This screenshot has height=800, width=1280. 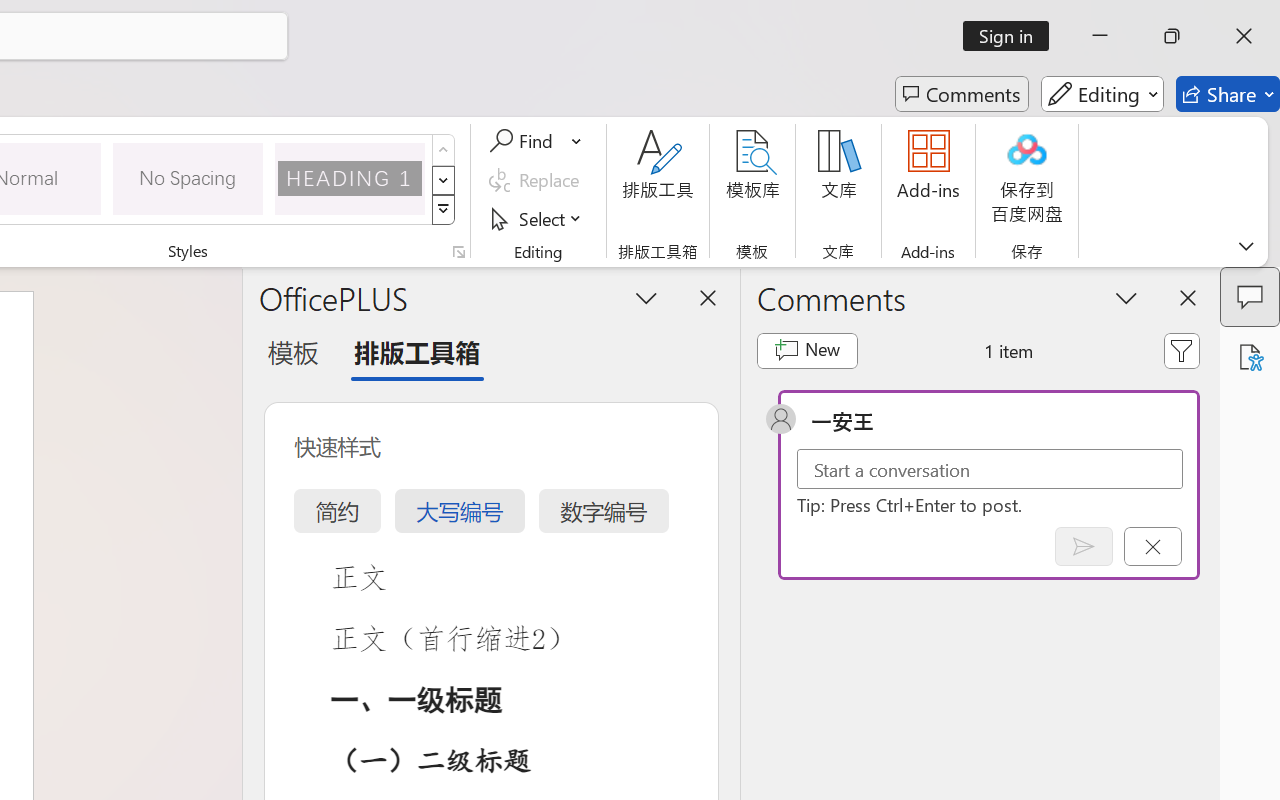 I want to click on 'Sign in', so click(x=1013, y=35).